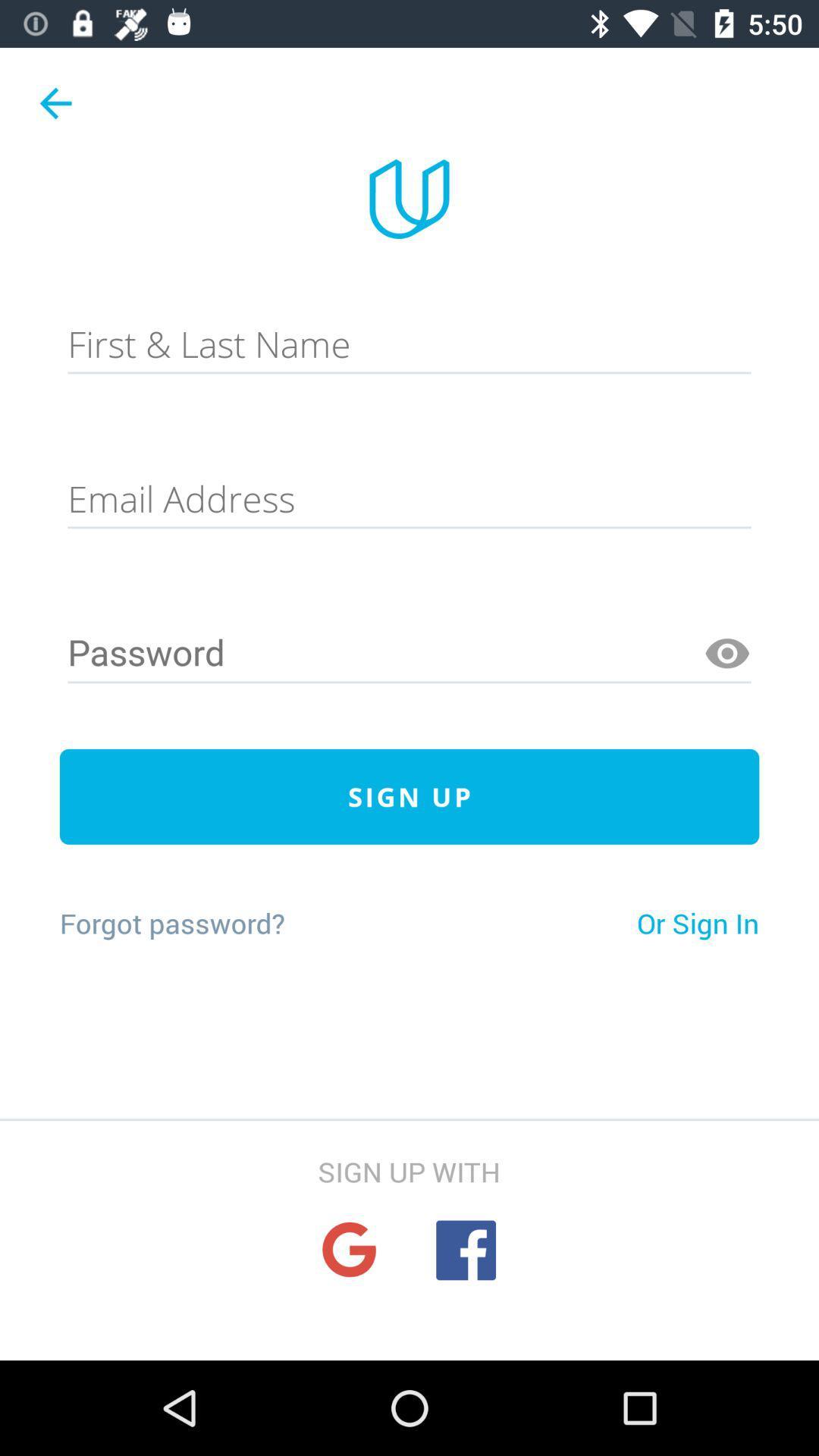 The height and width of the screenshot is (1456, 819). I want to click on the forgot password? item, so click(171, 922).